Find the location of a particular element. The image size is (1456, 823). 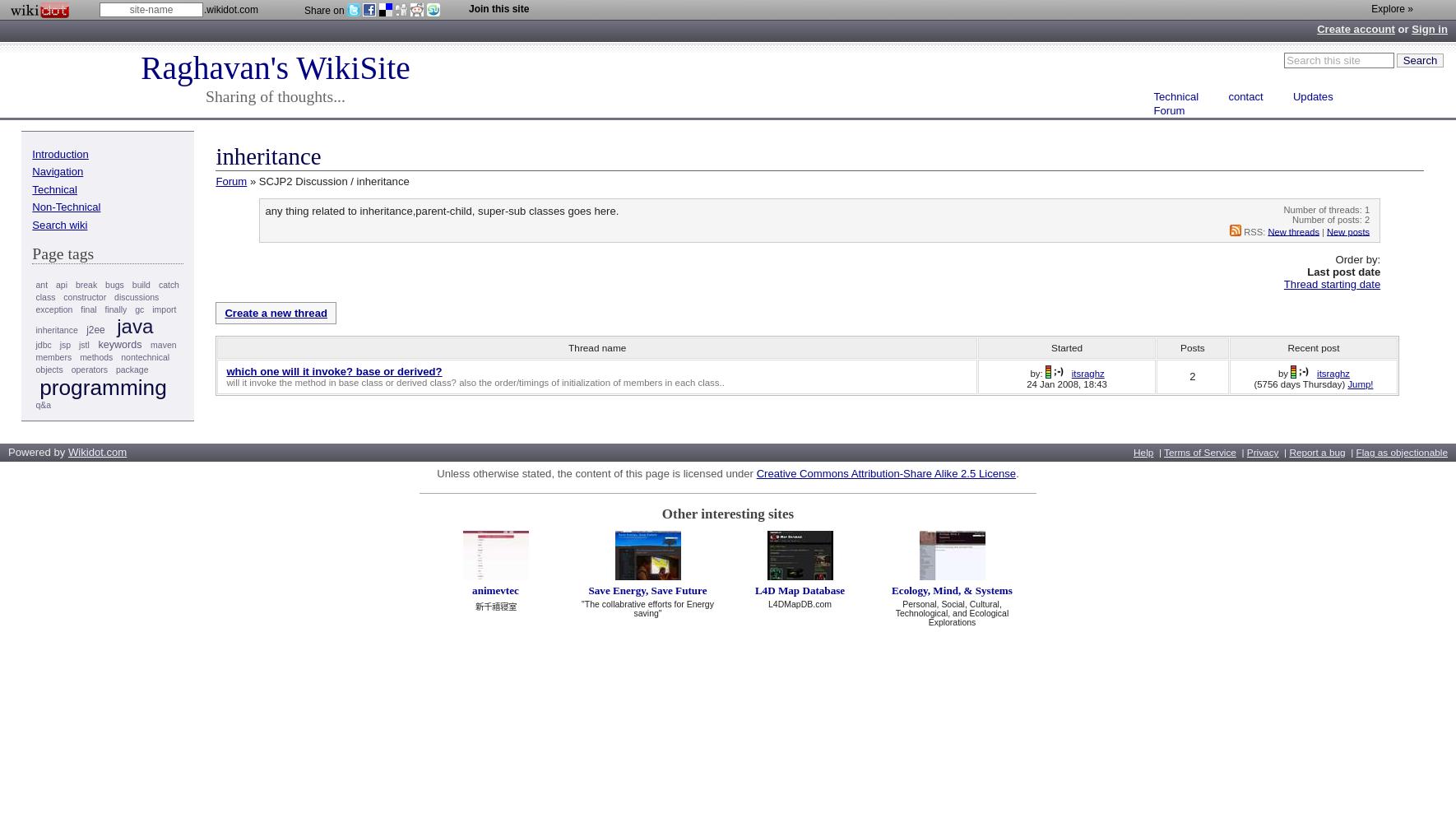

'Sign in' is located at coordinates (1429, 29).